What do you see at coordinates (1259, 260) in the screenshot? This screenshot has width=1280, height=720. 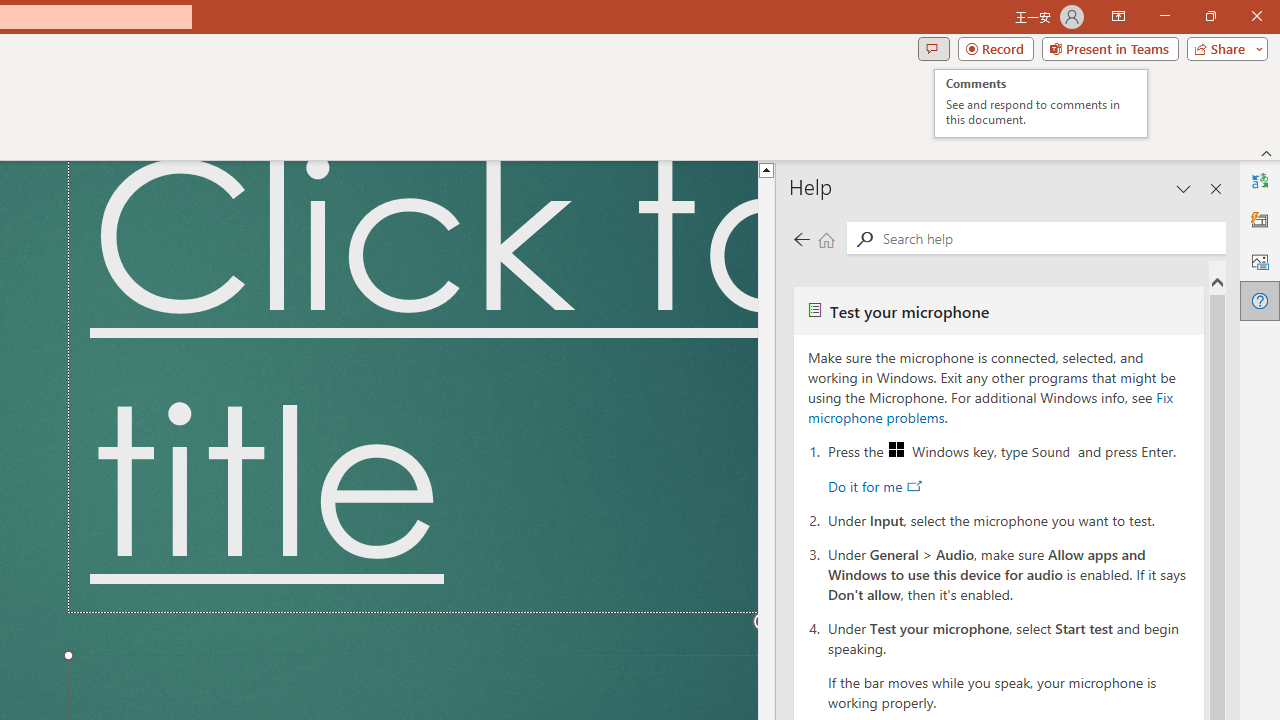 I see `'Alt Text'` at bounding box center [1259, 260].